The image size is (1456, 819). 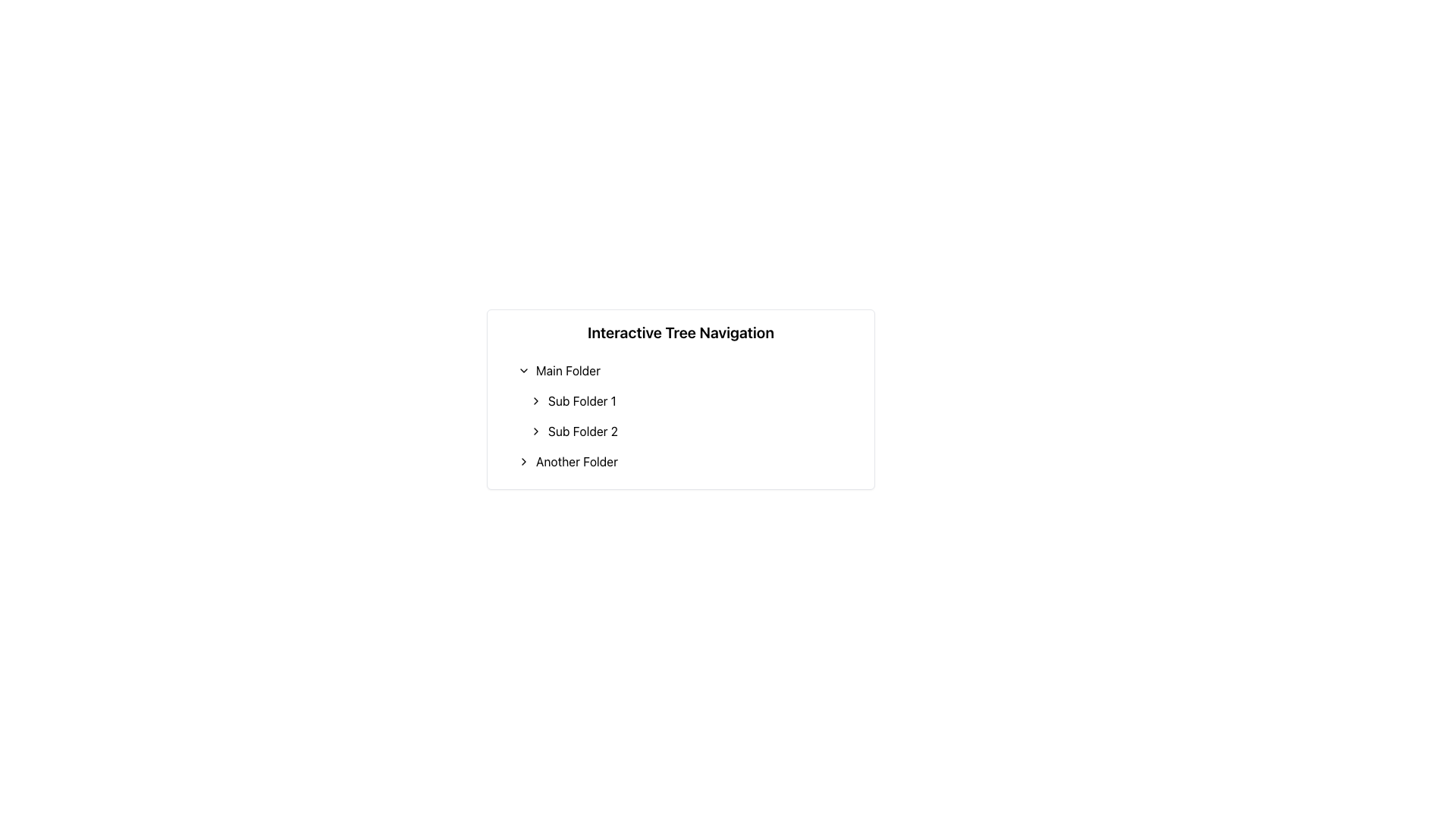 I want to click on the 'Sub Folder 2' label in the tree navigation structure, so click(x=582, y=431).